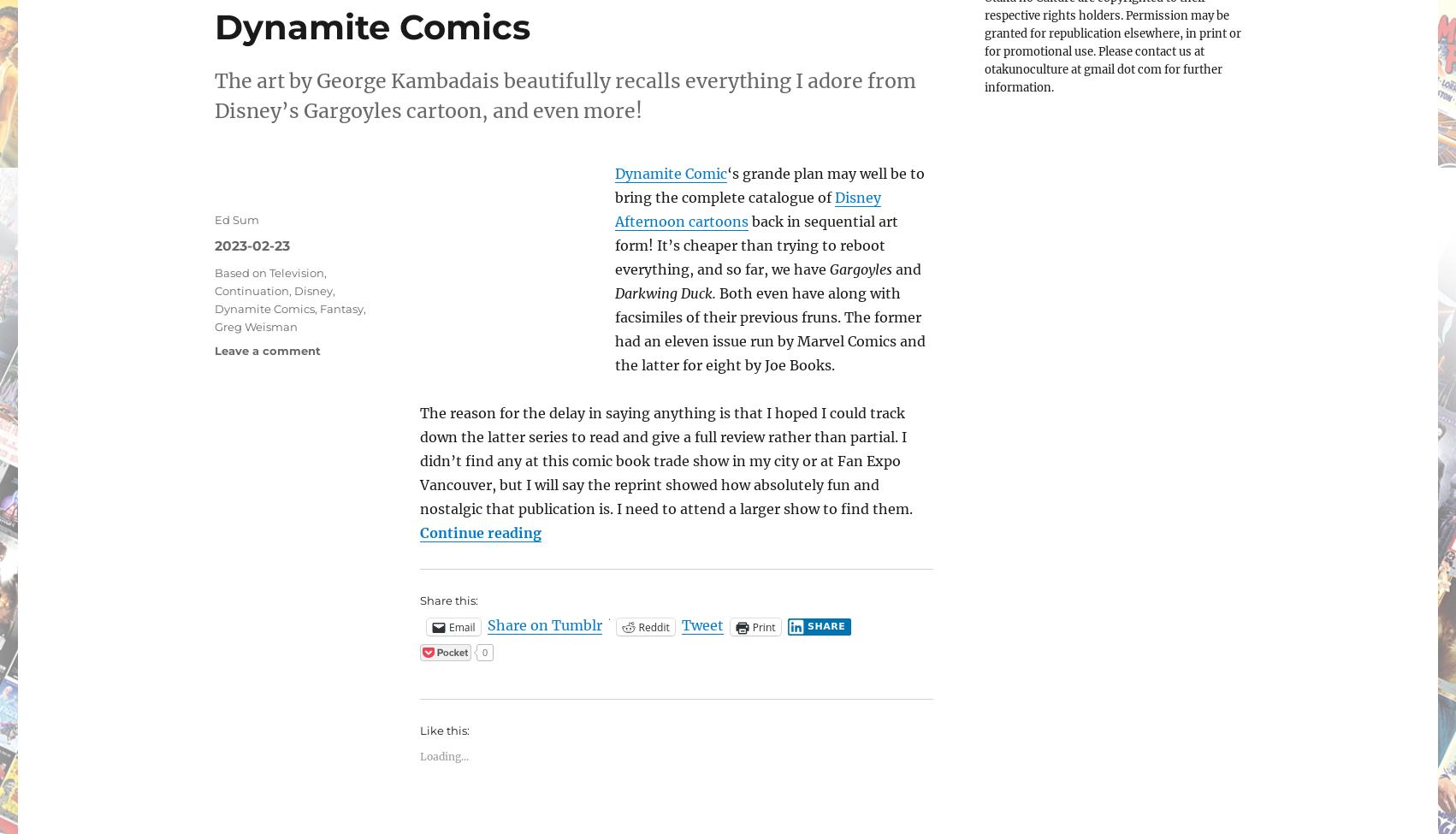 The height and width of the screenshot is (834, 1456). What do you see at coordinates (443, 730) in the screenshot?
I see `'Like this:'` at bounding box center [443, 730].